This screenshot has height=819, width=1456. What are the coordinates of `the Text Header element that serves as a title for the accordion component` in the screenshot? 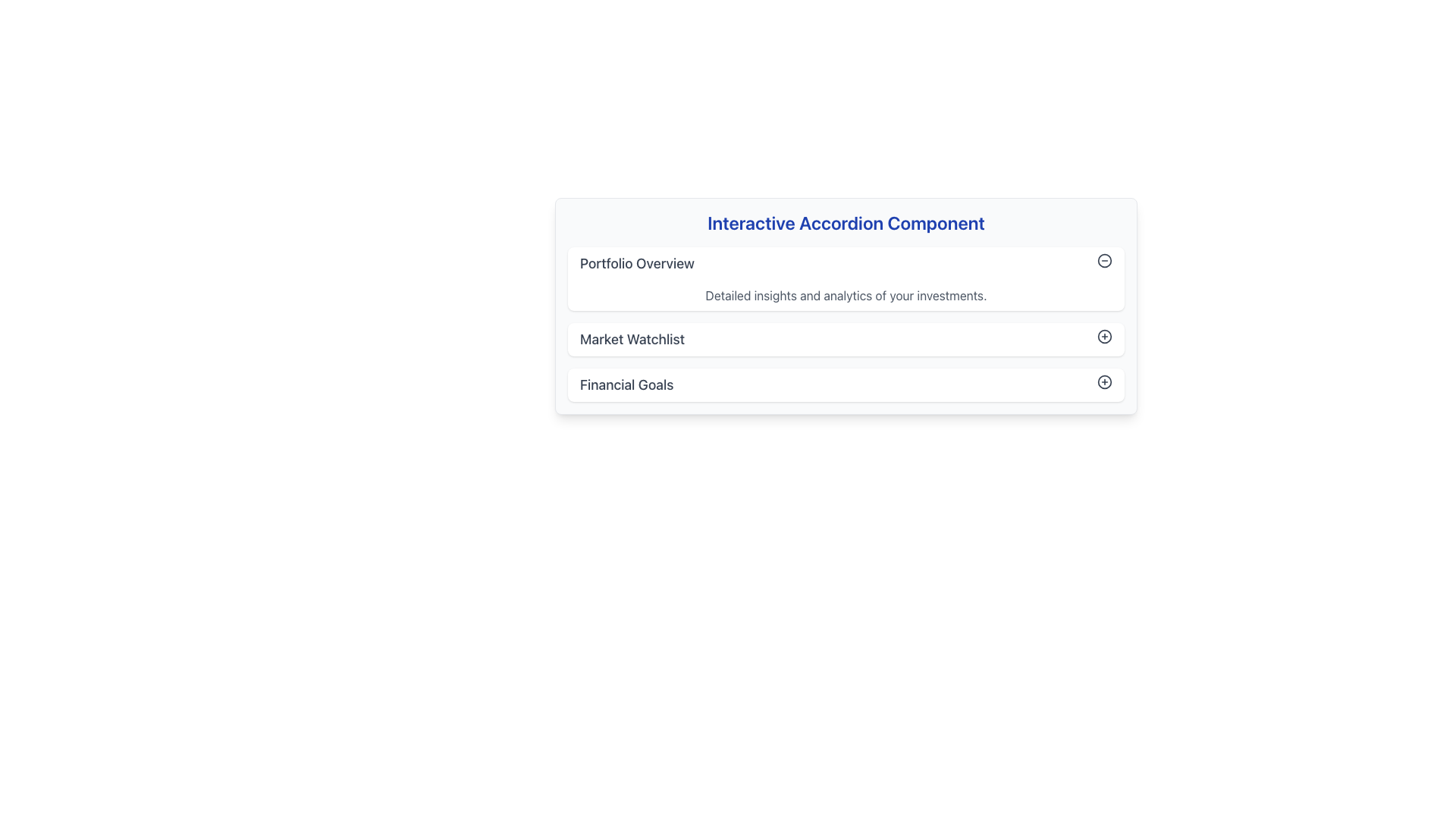 It's located at (846, 222).